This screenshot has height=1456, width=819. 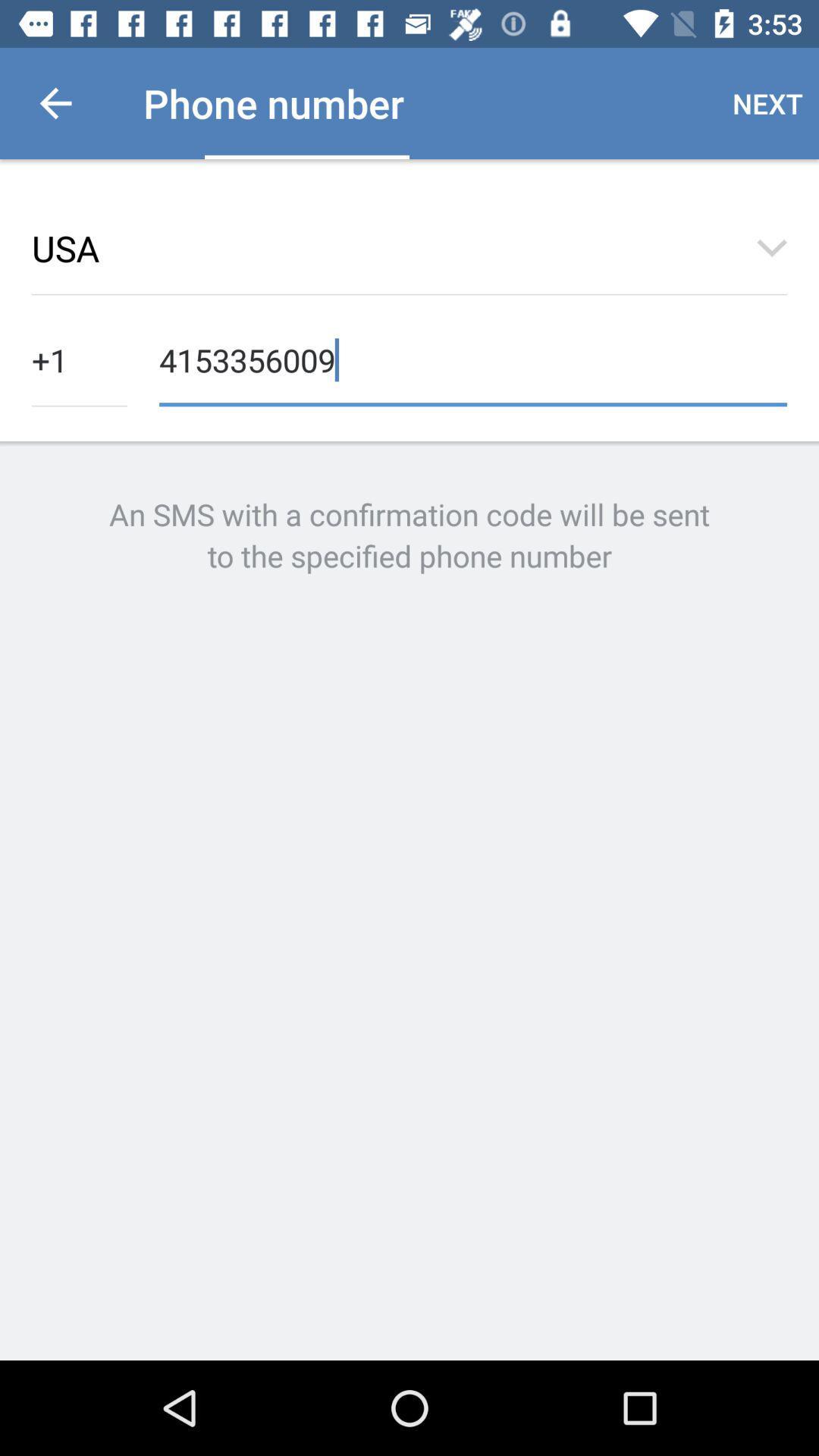 I want to click on +1 icon, so click(x=79, y=358).